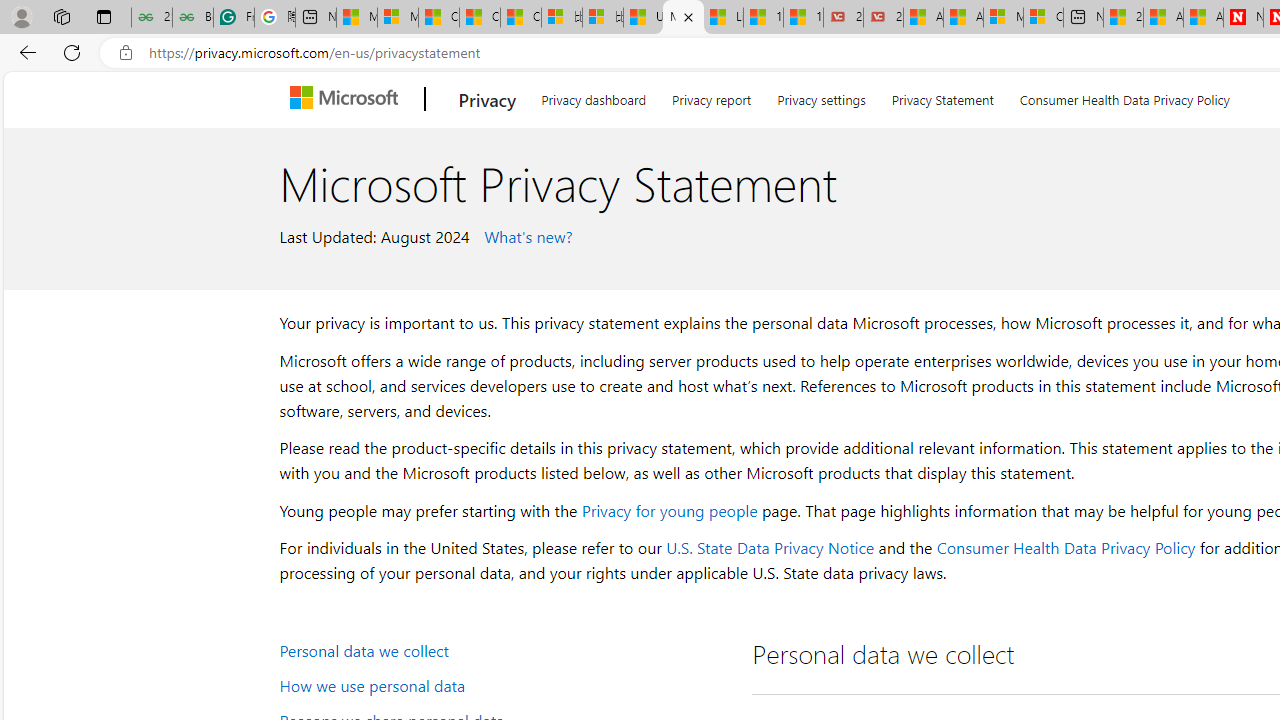  I want to click on '20 Ways to Boost Your Protein Intake at Every Meal', so click(1123, 17).